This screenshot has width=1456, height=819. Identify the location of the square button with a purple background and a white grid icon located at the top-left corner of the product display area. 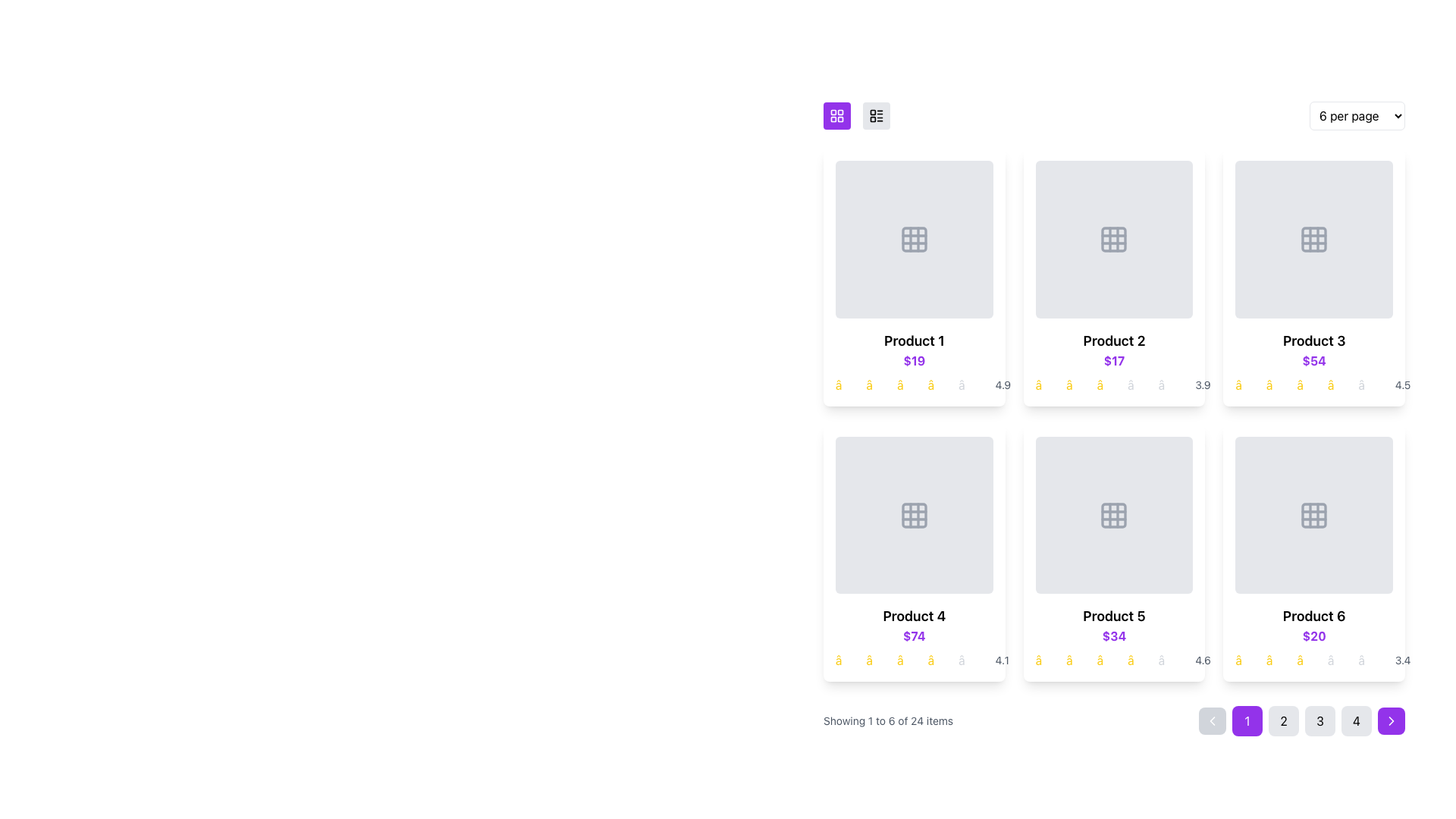
(836, 115).